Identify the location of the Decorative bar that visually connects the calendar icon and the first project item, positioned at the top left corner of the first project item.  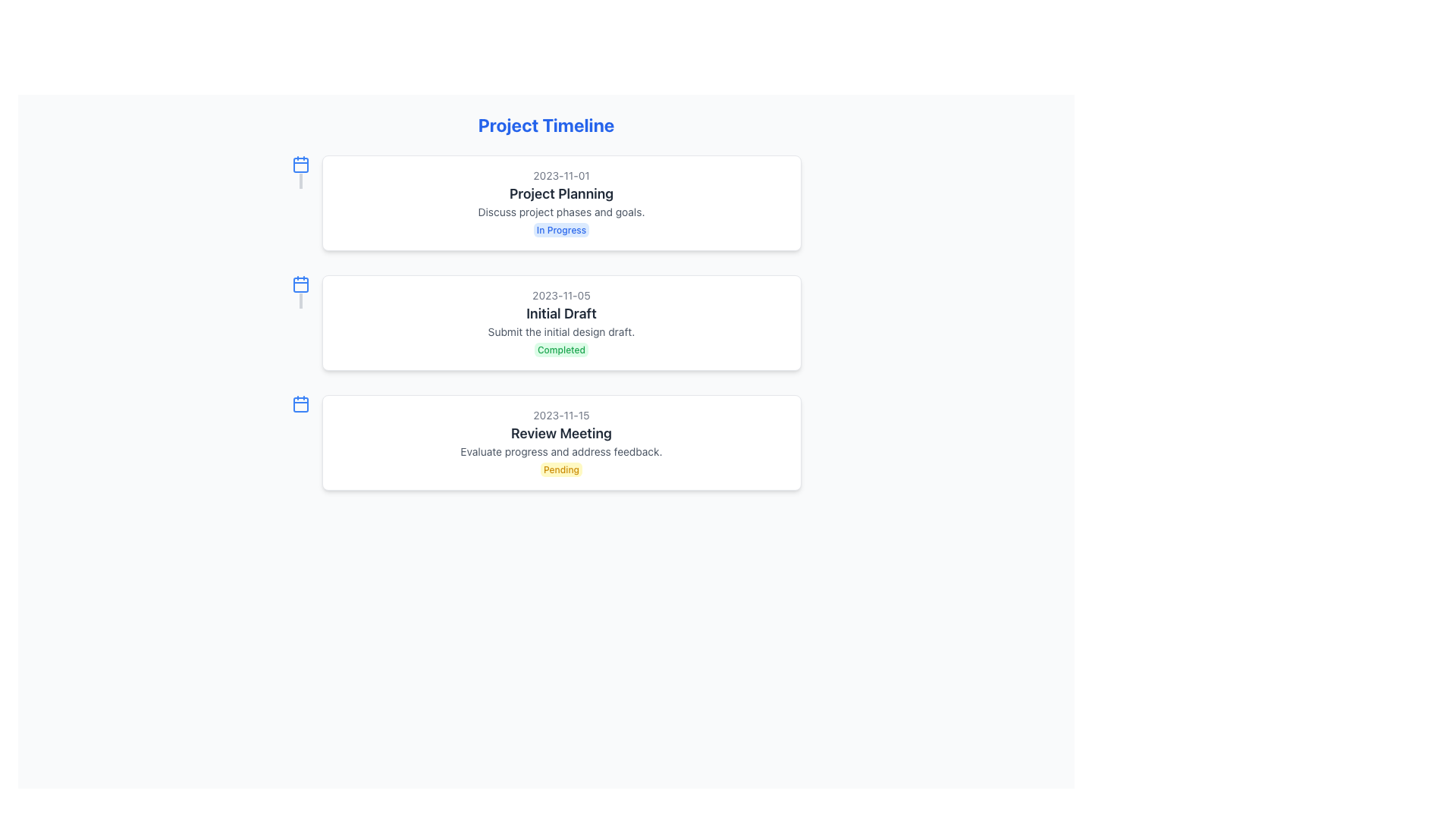
(300, 171).